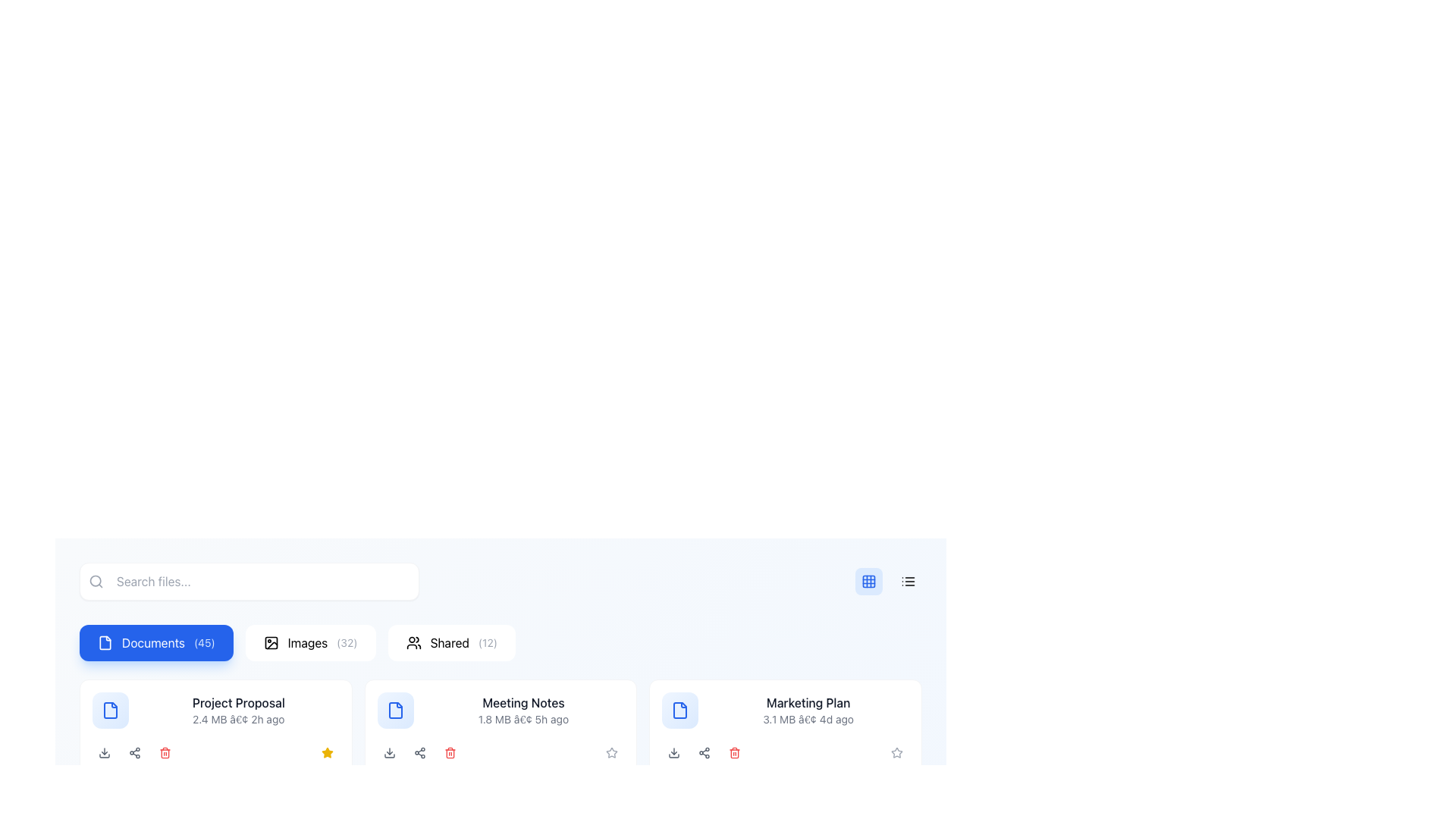  I want to click on the central grid cell of the 3x3 grid icon component, which is a filled rounded rectangle styled as a square, so click(869, 581).